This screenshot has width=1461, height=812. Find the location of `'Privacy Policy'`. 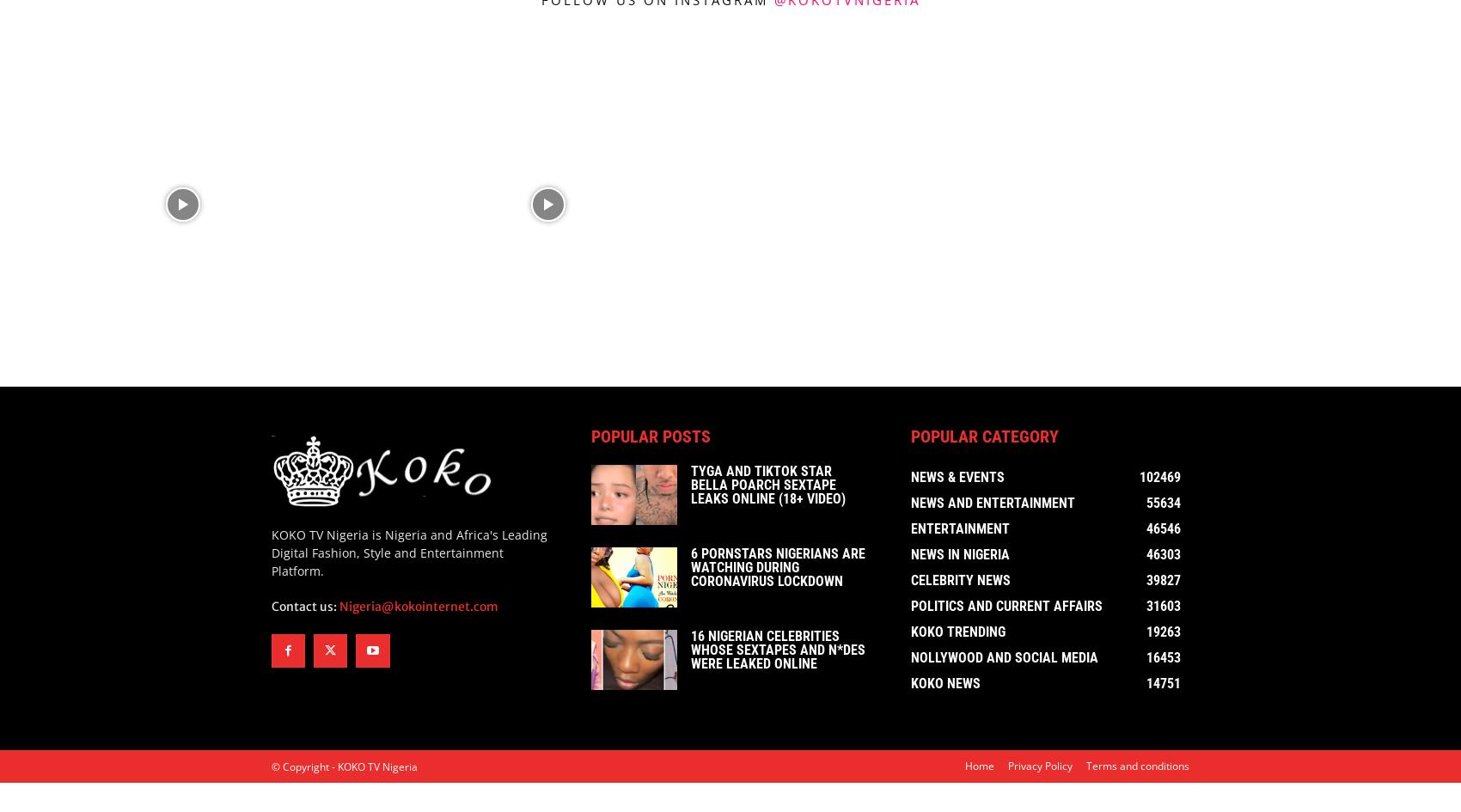

'Privacy Policy' is located at coordinates (1039, 768).